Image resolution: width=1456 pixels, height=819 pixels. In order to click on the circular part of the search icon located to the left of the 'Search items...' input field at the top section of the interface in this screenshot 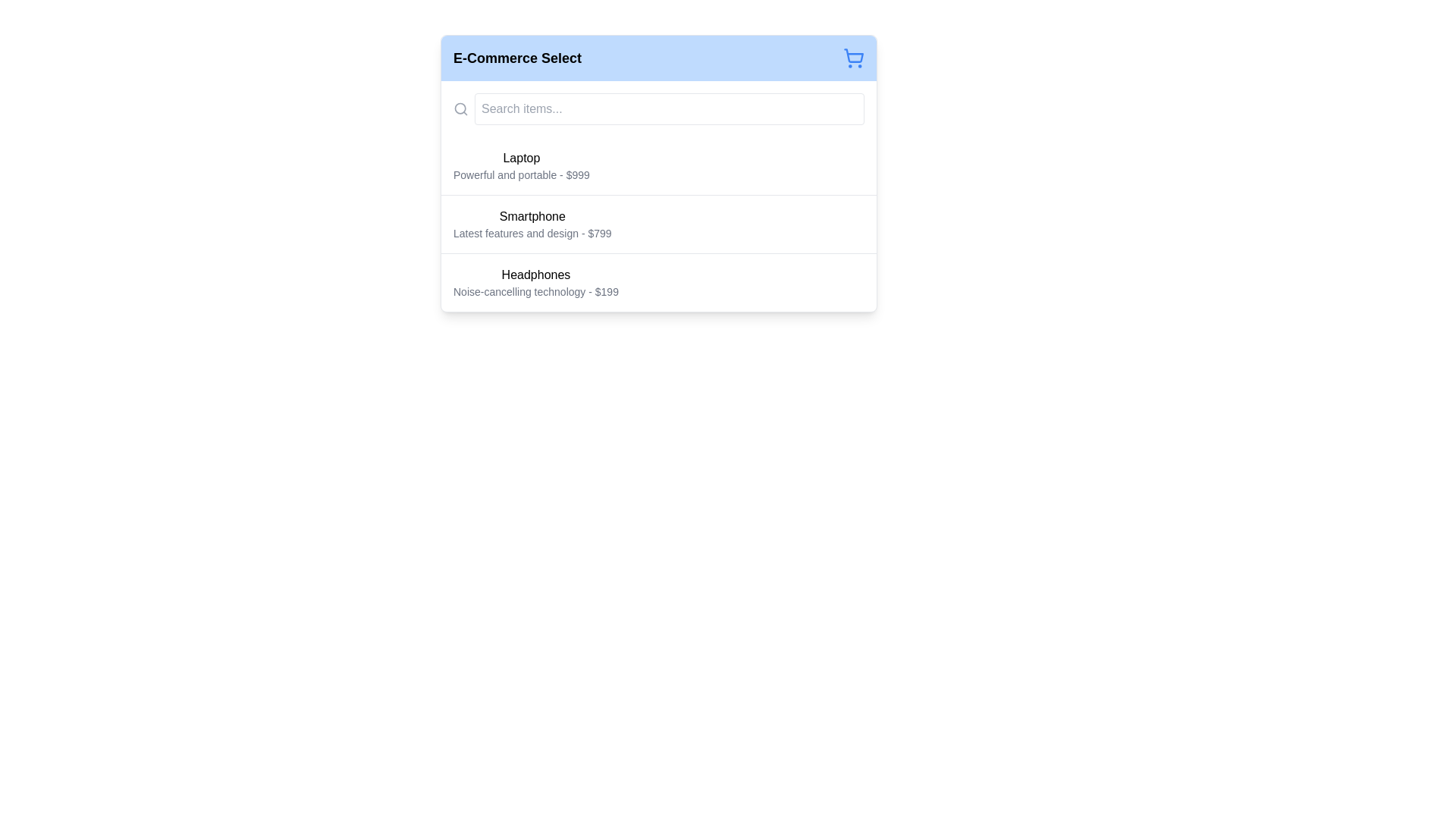, I will do `click(460, 108)`.